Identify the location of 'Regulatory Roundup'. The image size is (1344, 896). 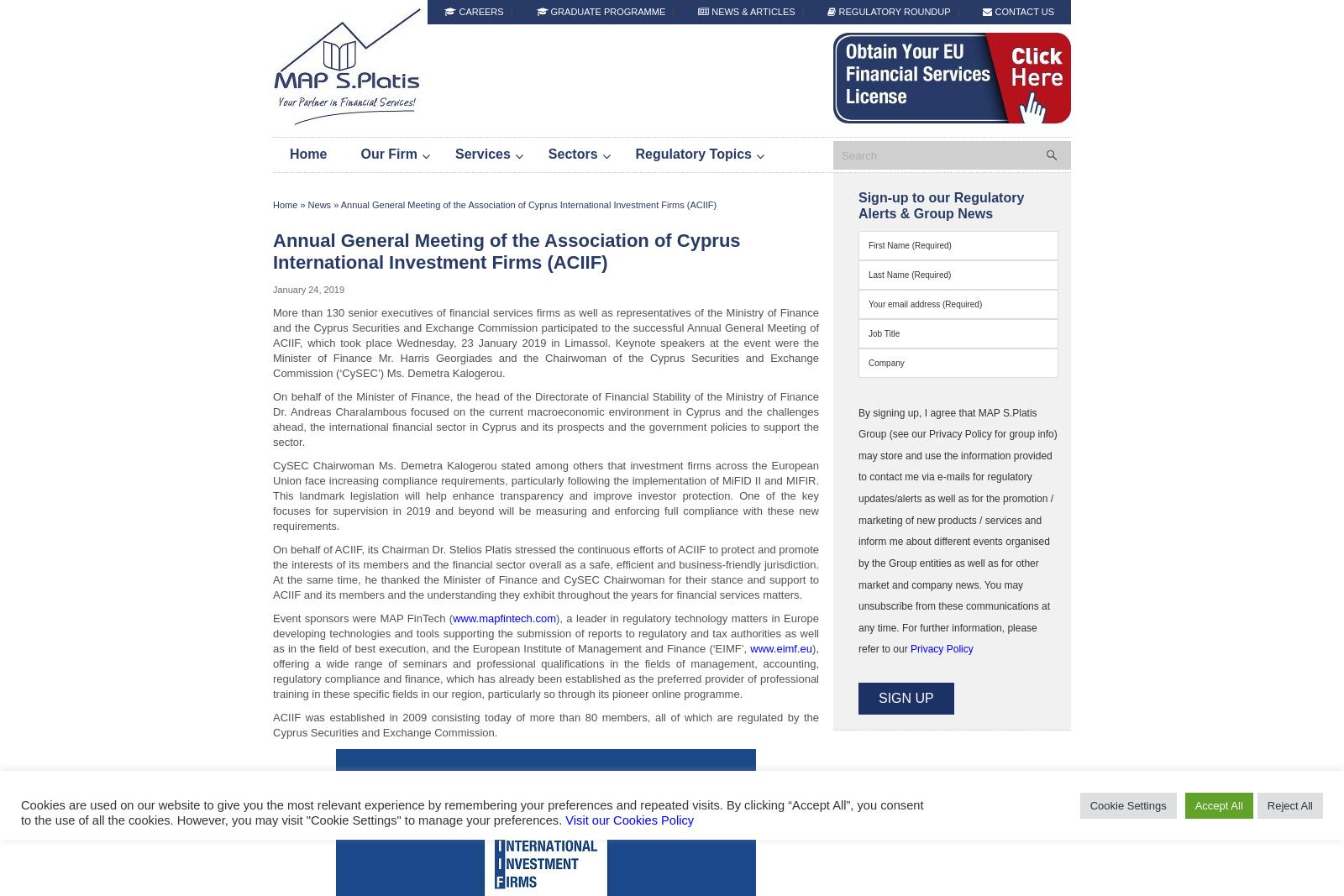
(893, 10).